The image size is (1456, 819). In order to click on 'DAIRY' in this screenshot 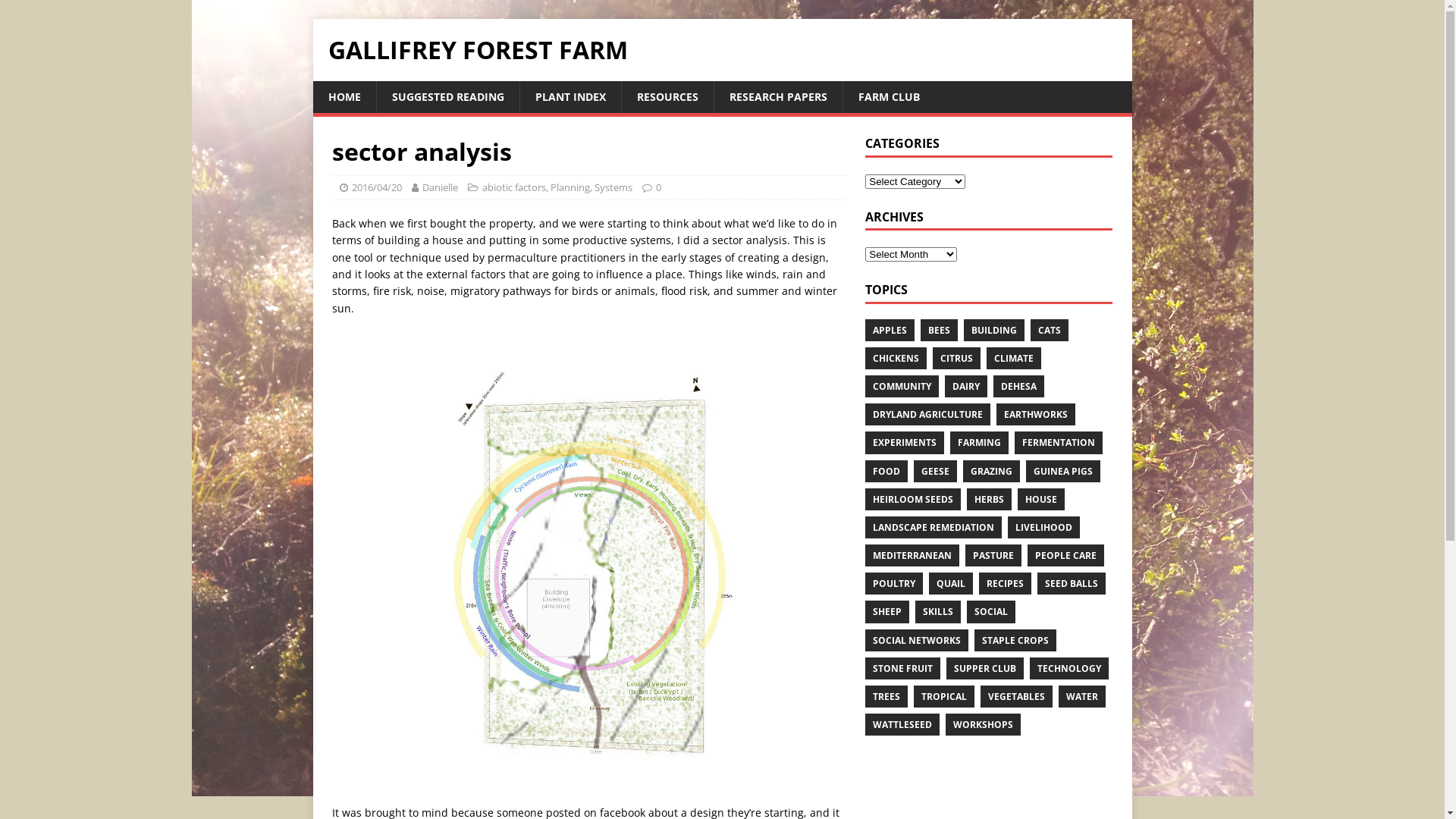, I will do `click(944, 385)`.